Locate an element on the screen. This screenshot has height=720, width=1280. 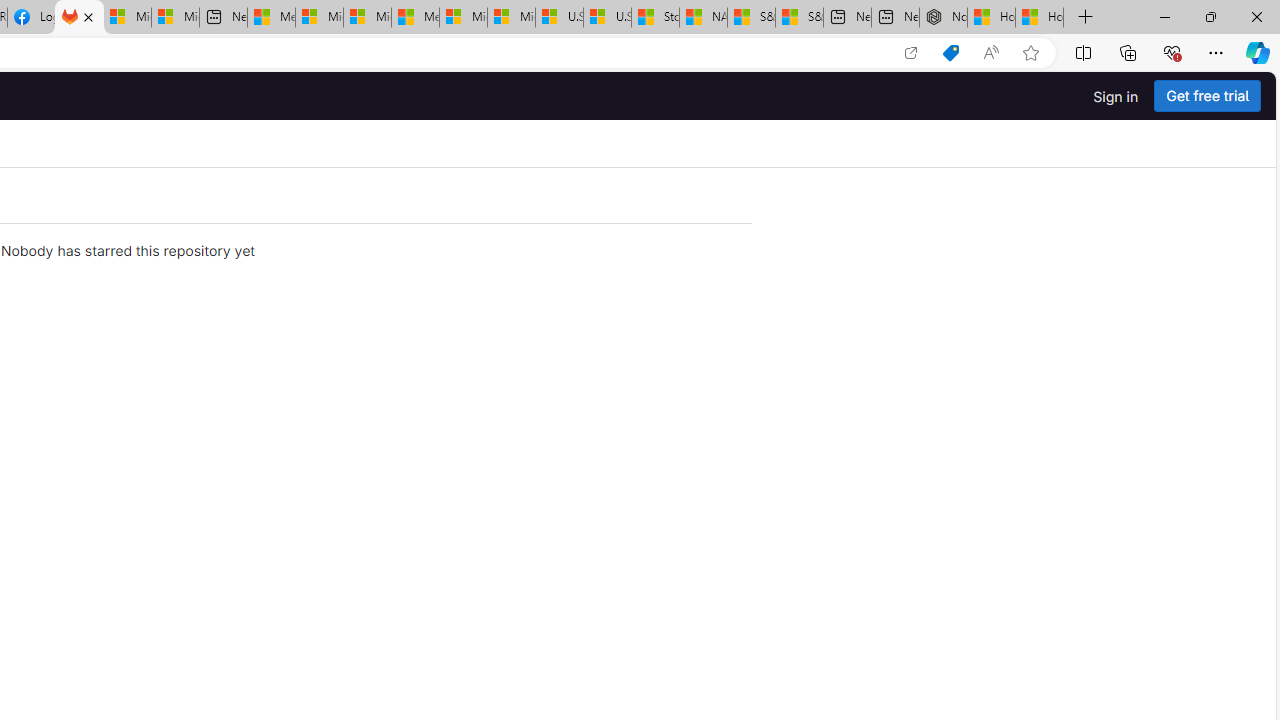
'Copilot (Ctrl+Shift+.)' is located at coordinates (1257, 51).